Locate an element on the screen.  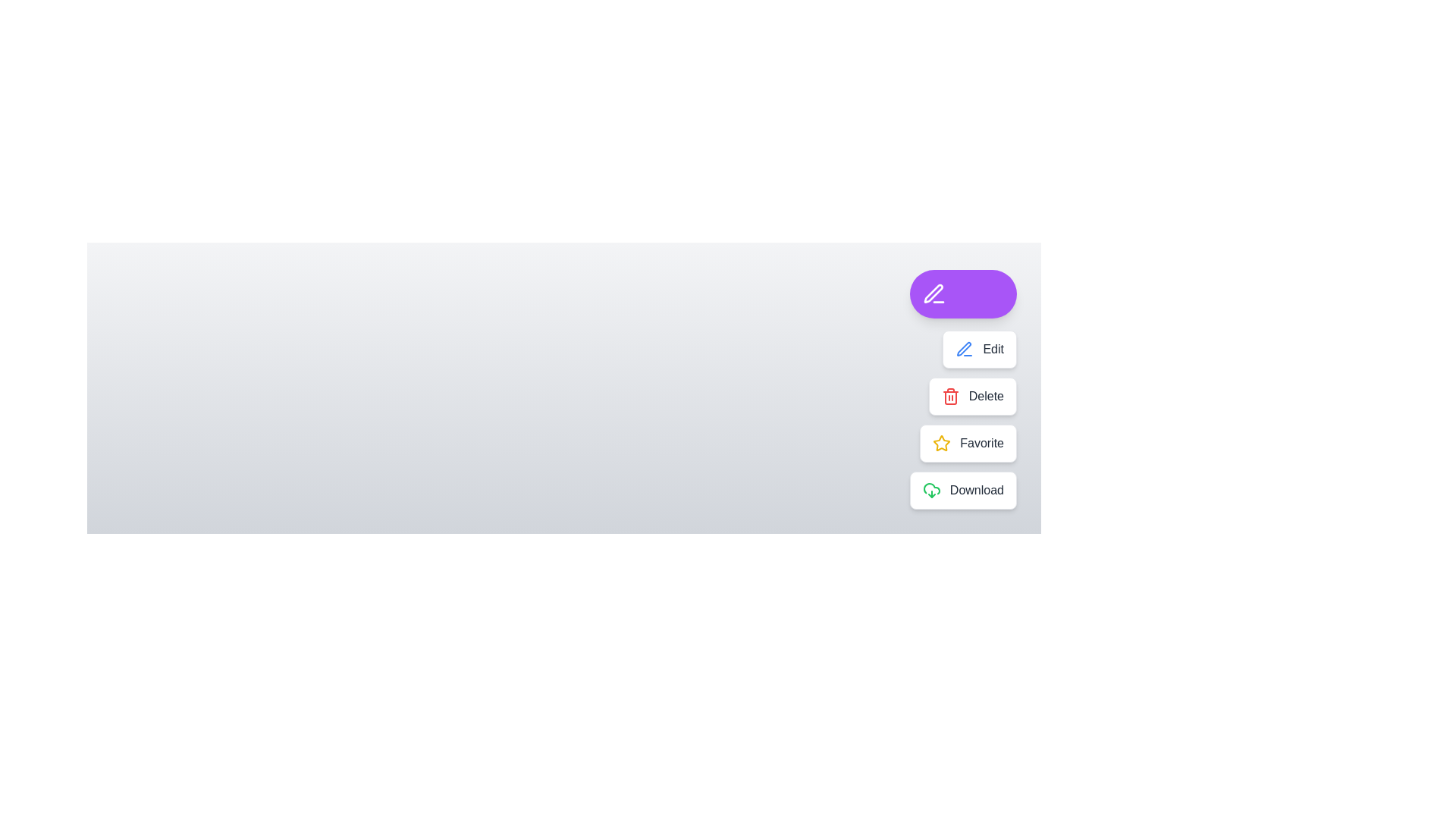
the purple button to toggle the menu visibility is located at coordinates (962, 294).